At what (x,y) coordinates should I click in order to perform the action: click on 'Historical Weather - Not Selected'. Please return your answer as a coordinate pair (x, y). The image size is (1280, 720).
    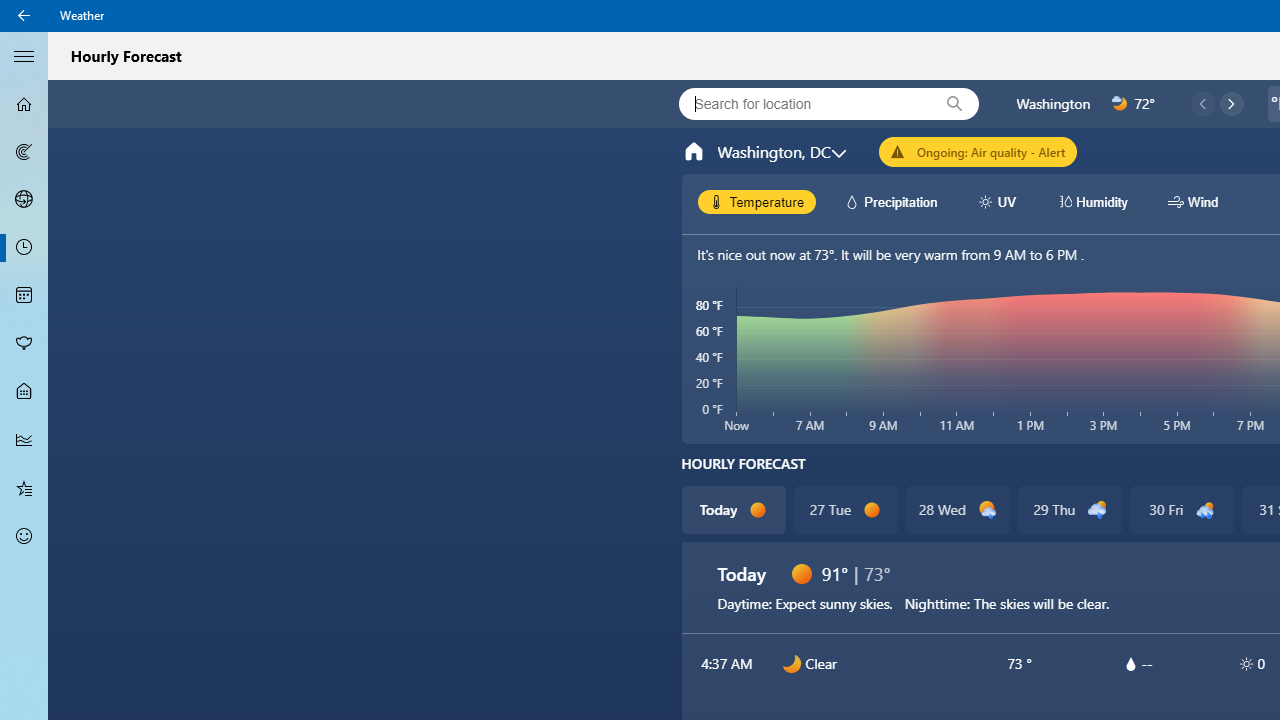
    Looking at the image, I should click on (24, 438).